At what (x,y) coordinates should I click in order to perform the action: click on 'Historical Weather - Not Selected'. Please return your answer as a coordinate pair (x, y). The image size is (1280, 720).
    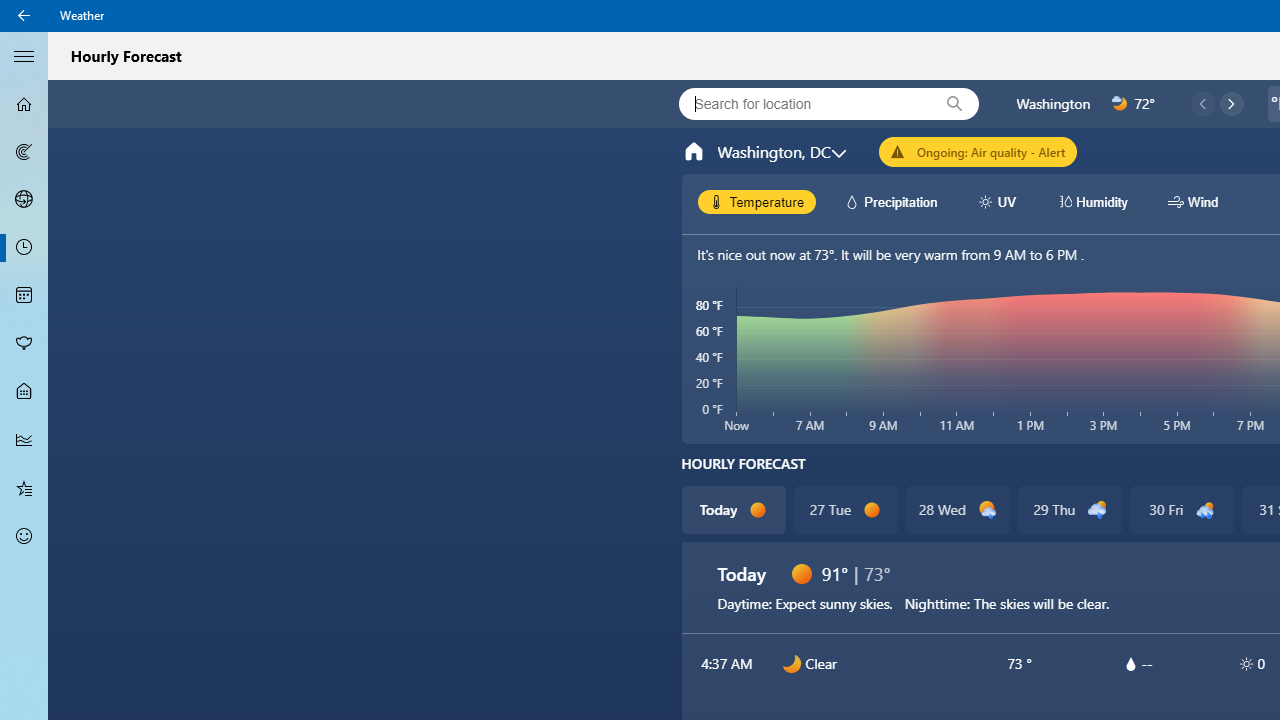
    Looking at the image, I should click on (24, 438).